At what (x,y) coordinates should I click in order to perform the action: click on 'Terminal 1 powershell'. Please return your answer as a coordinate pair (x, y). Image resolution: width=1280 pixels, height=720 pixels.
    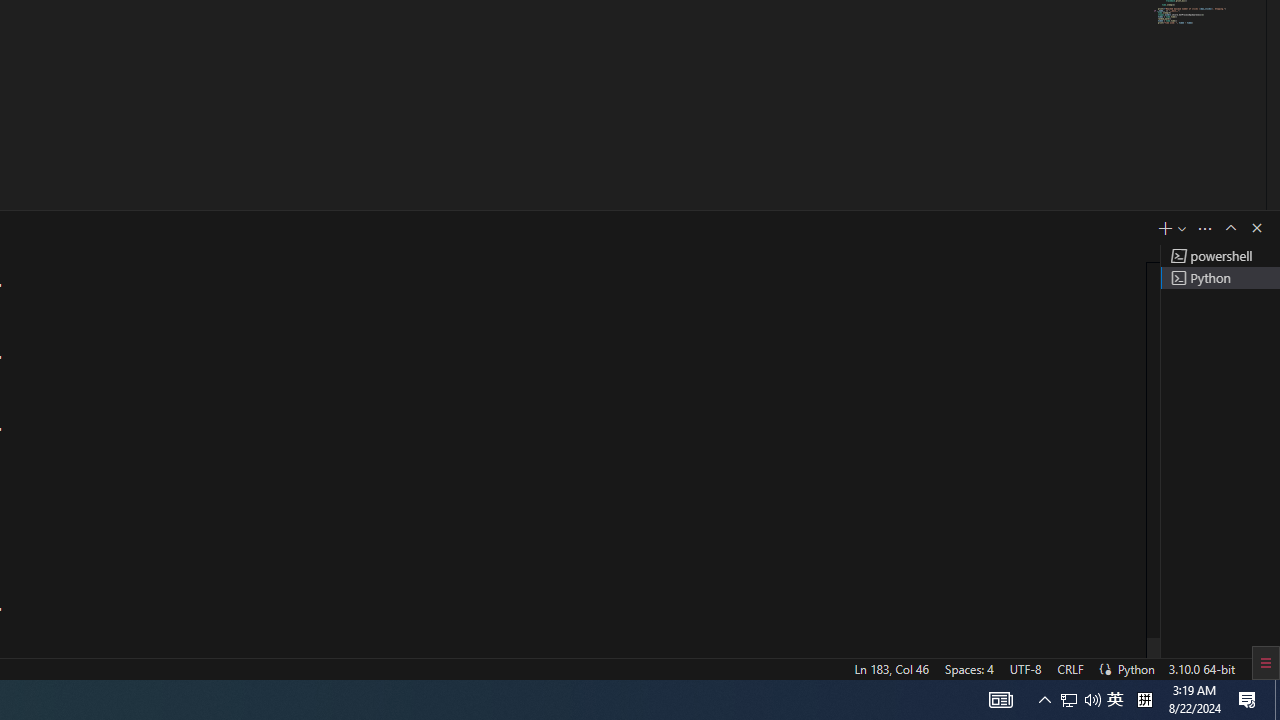
    Looking at the image, I should click on (1219, 254).